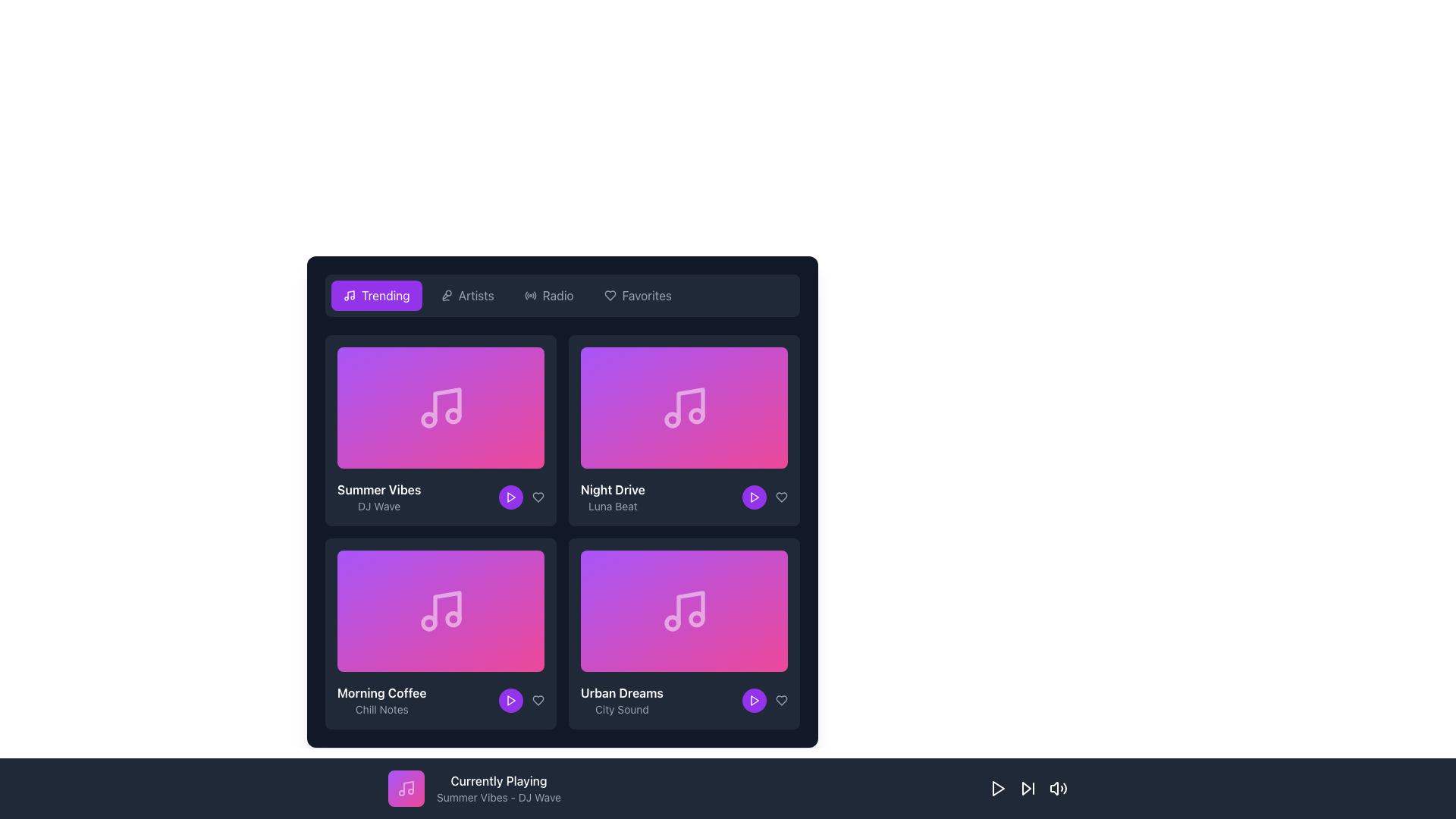  What do you see at coordinates (683, 430) in the screenshot?
I see `the play button on the music card representing a track, located as the second card in the first row of a grid layout below the navigation bar` at bounding box center [683, 430].